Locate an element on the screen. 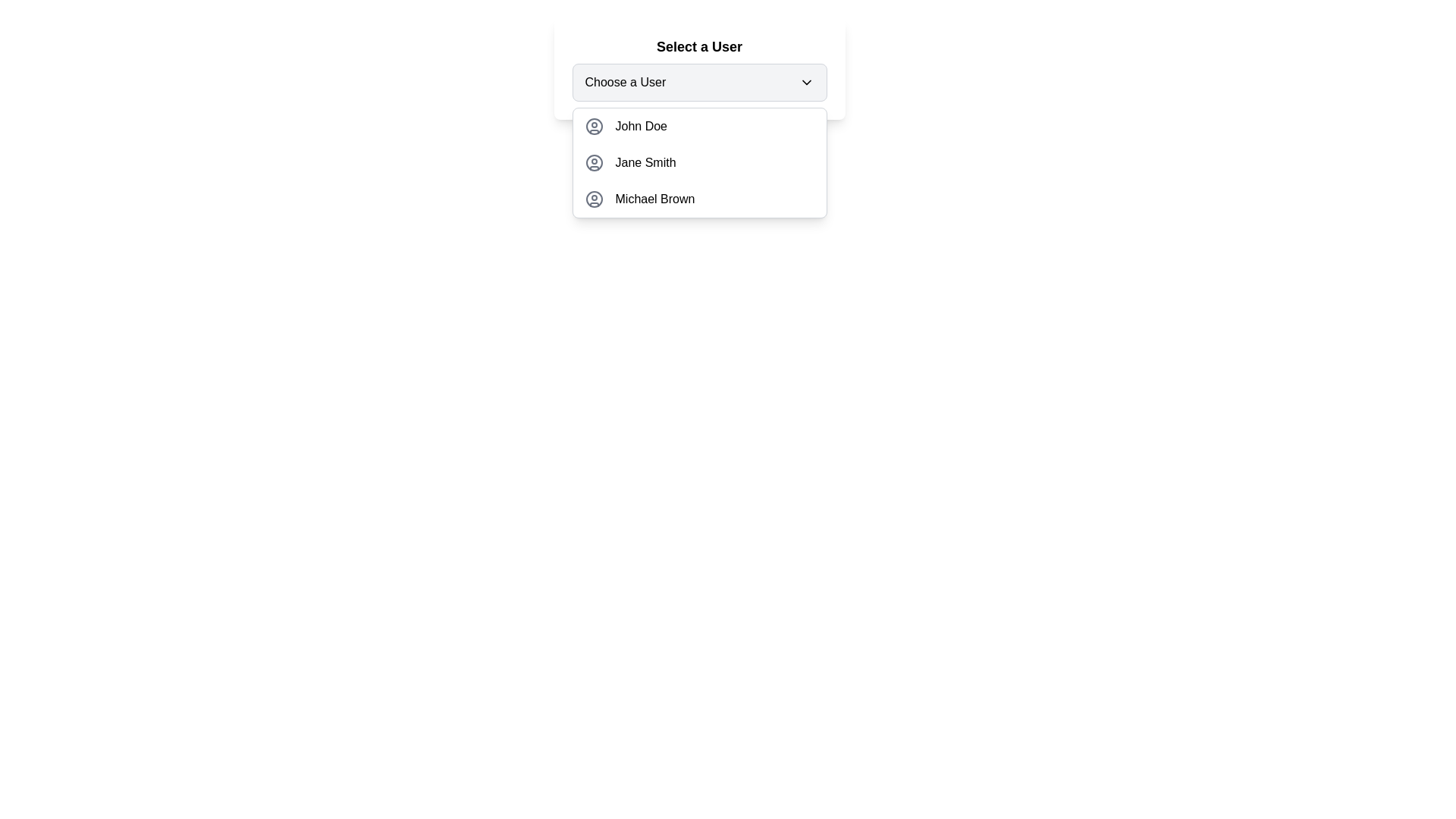 The width and height of the screenshot is (1456, 819). the third option in the dropdown menu labeled 'Select a User' is located at coordinates (698, 198).